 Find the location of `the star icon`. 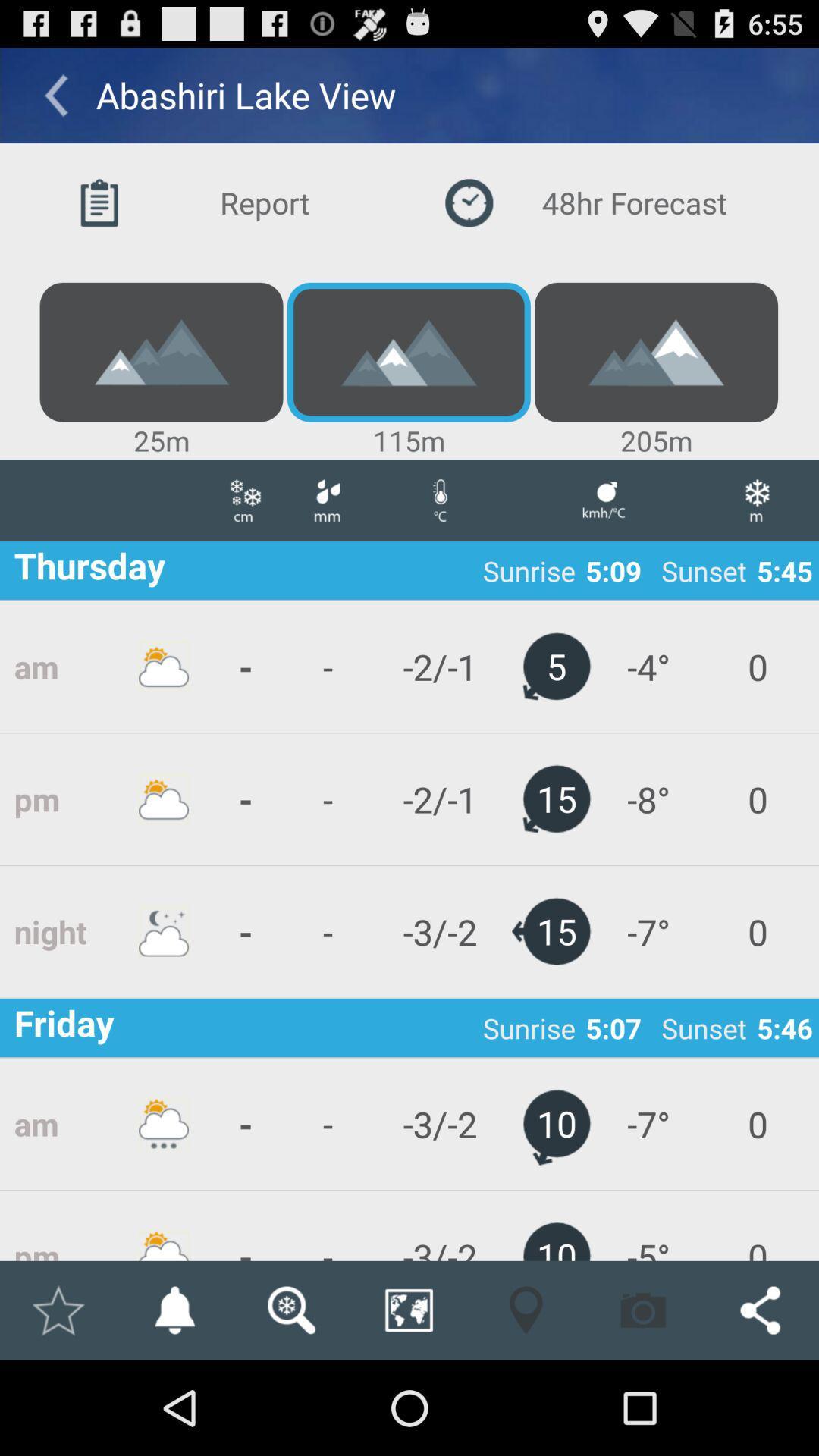

the star icon is located at coordinates (57, 1401).